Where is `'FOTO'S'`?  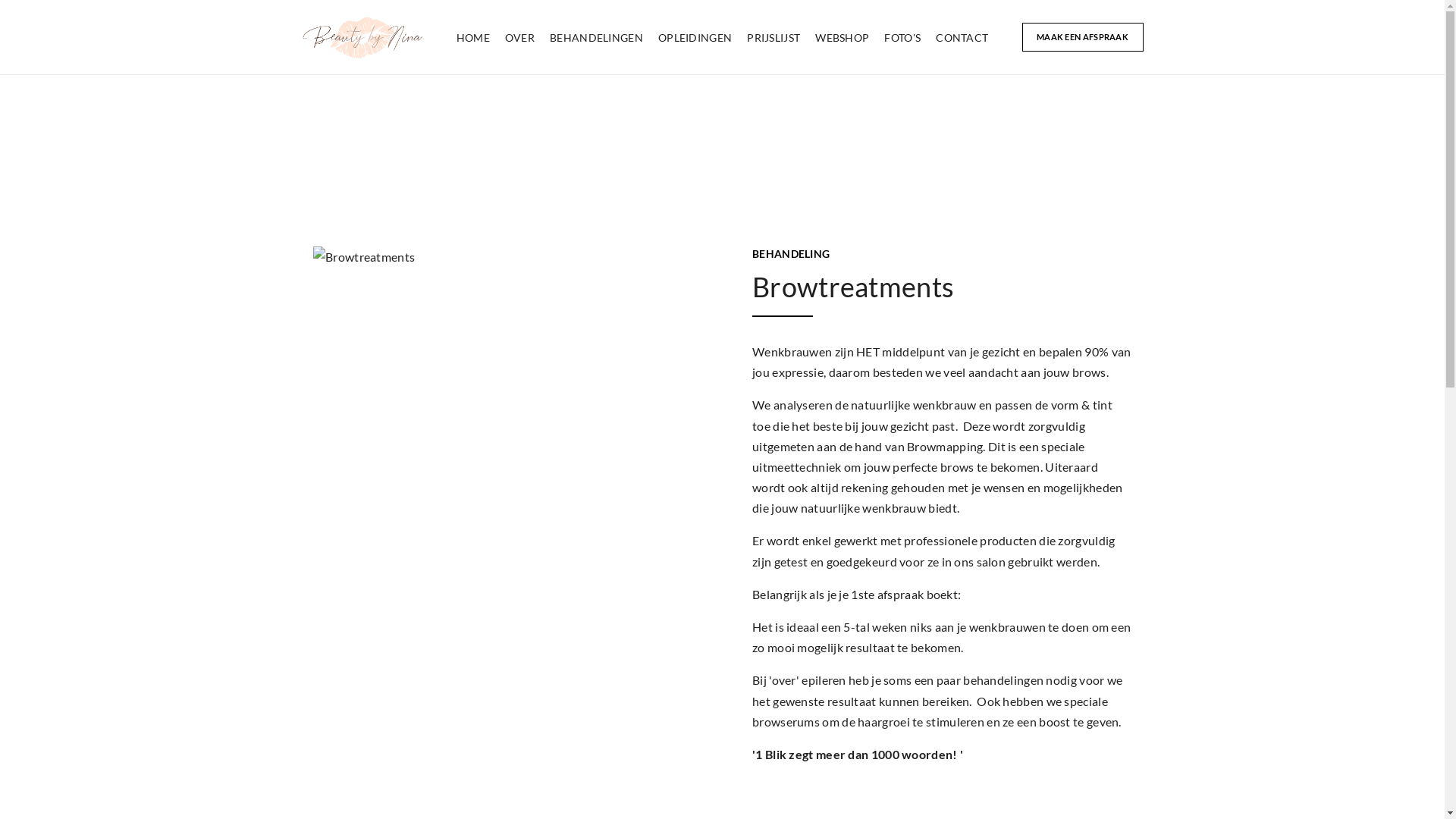
'FOTO'S' is located at coordinates (902, 36).